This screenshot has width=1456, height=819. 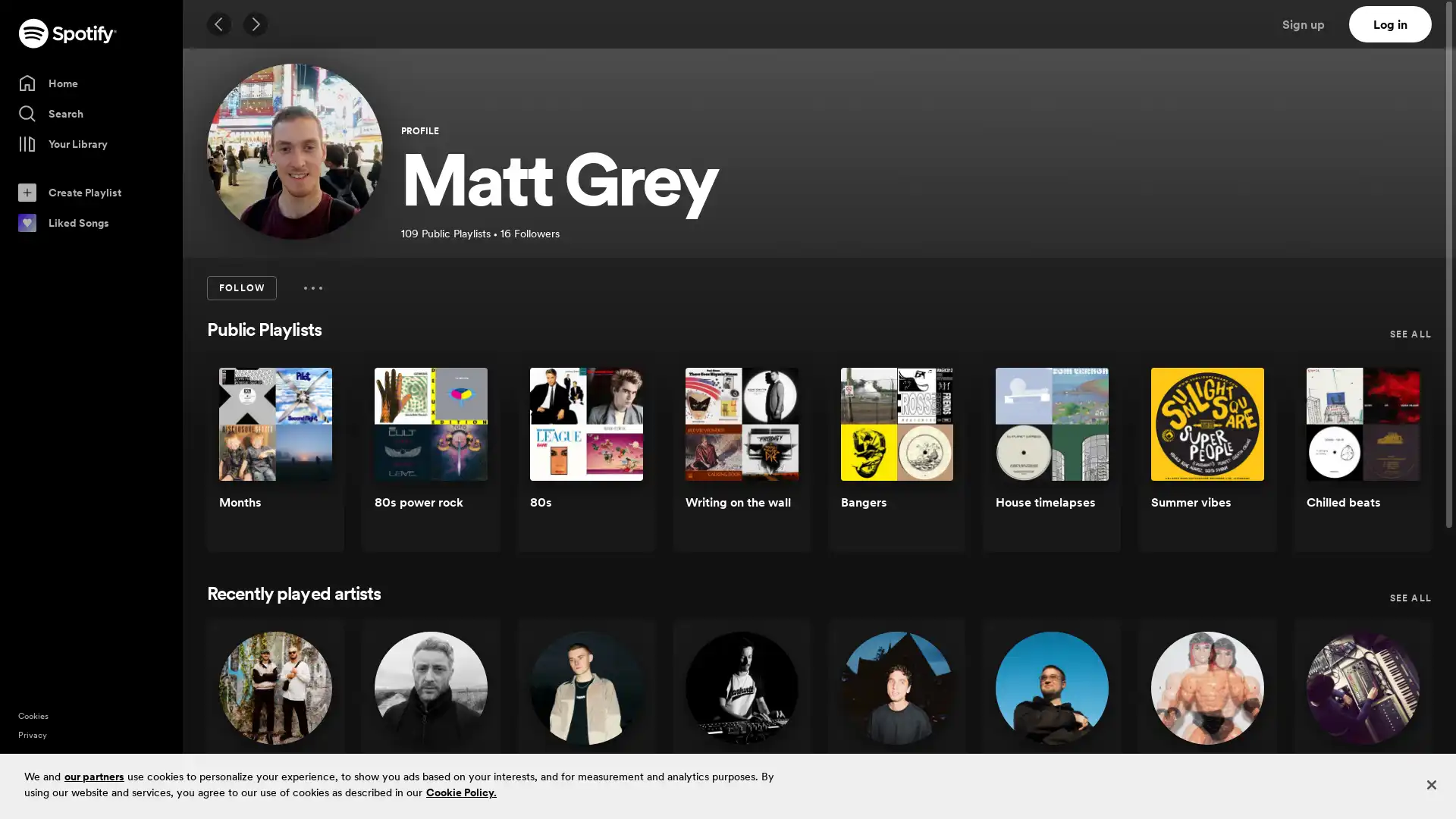 I want to click on Play Summer vibes, so click(x=1240, y=461).